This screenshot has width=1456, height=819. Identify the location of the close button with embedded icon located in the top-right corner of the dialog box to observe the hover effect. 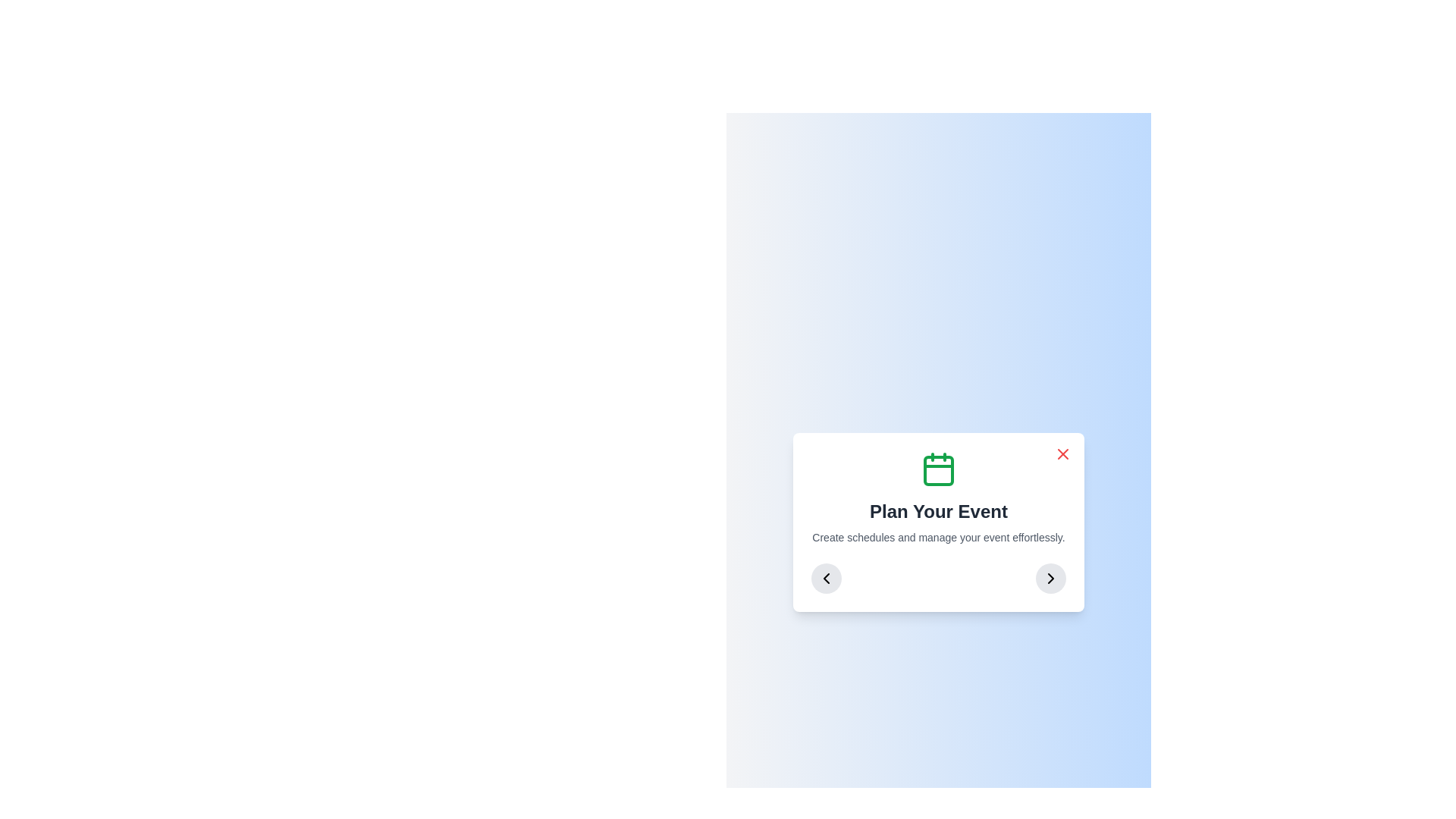
(1062, 453).